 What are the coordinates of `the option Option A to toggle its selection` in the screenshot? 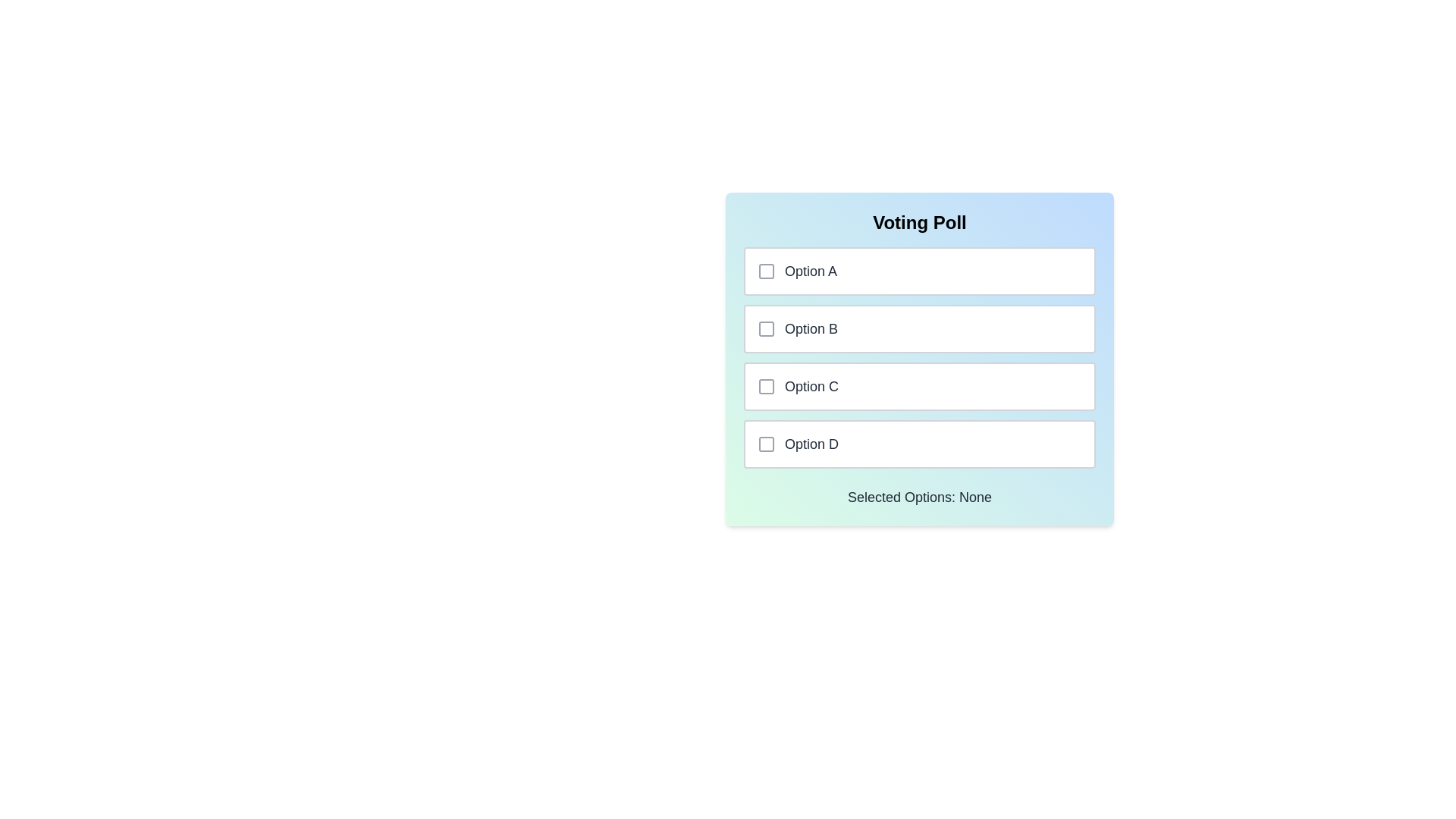 It's located at (919, 271).